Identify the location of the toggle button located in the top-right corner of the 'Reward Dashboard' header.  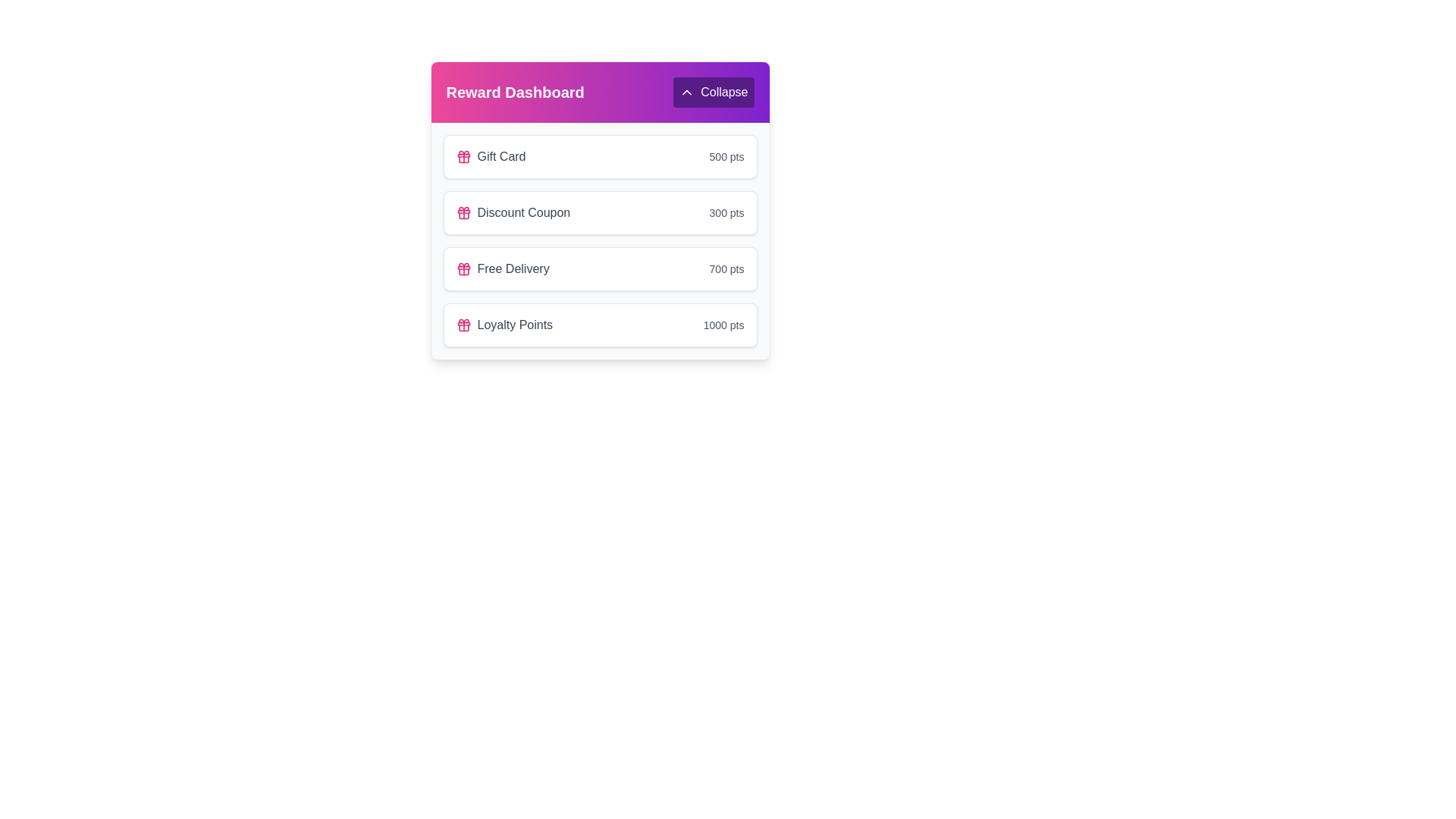
(713, 93).